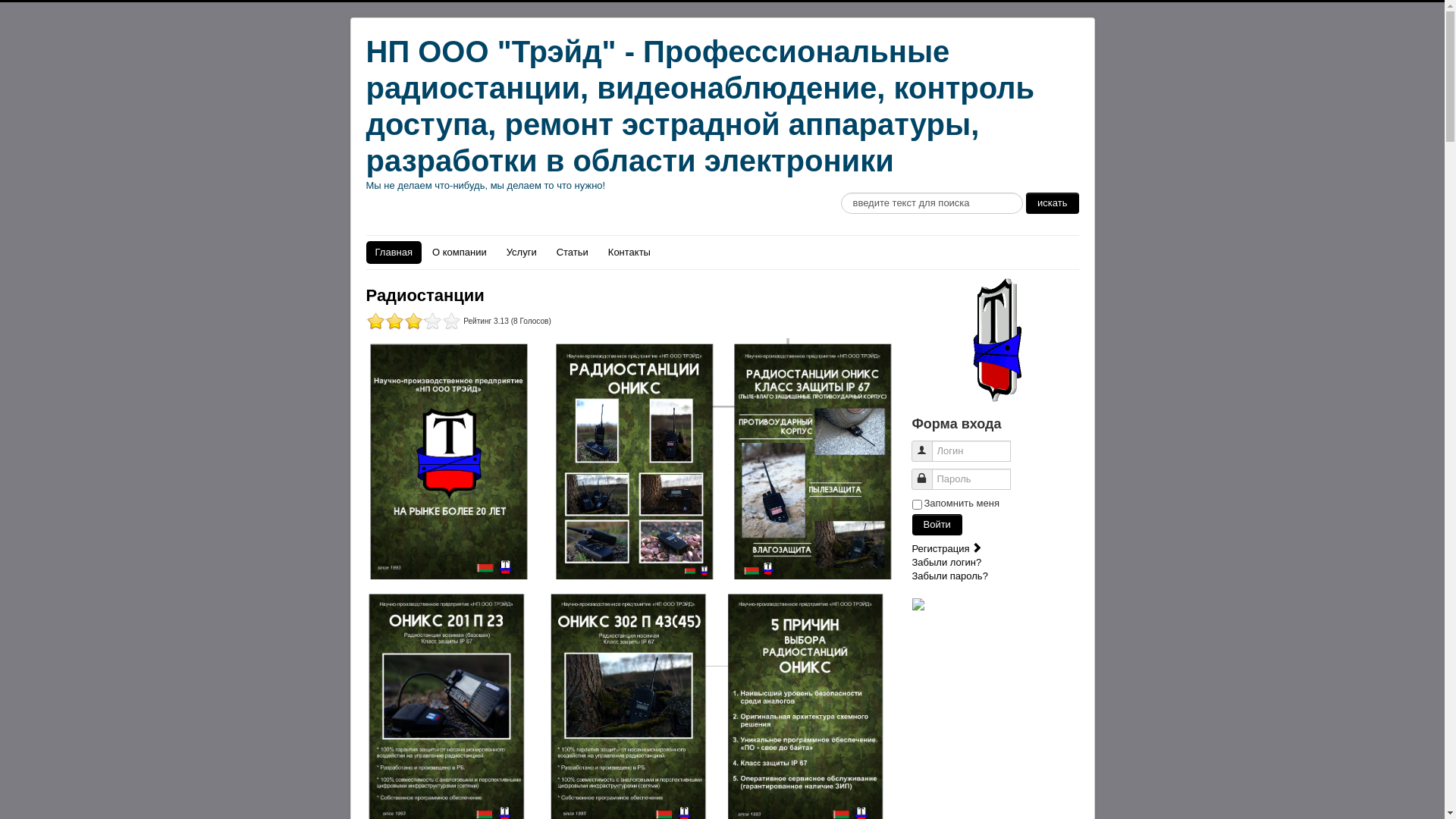 The image size is (1456, 819). I want to click on '1', so click(384, 320).